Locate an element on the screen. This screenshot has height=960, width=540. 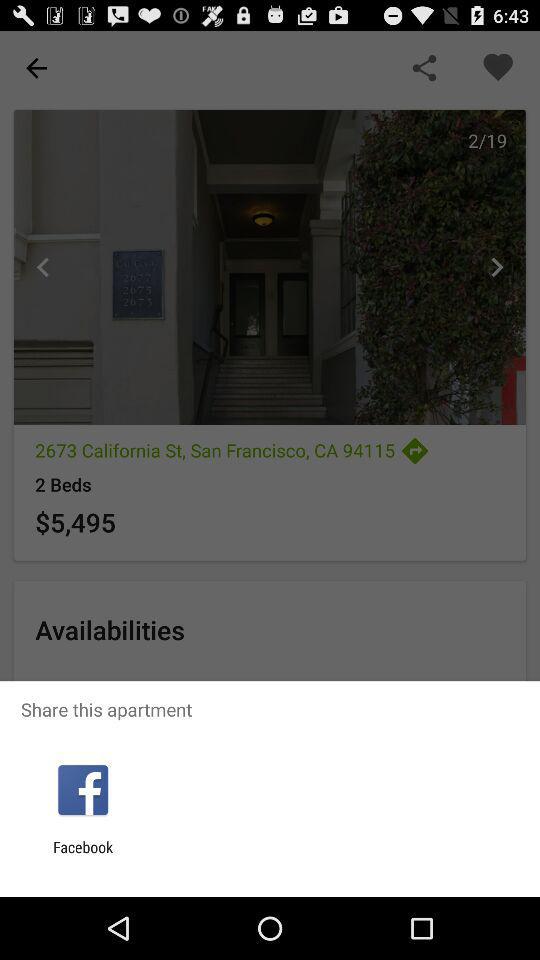
the icon above facebook icon is located at coordinates (82, 790).